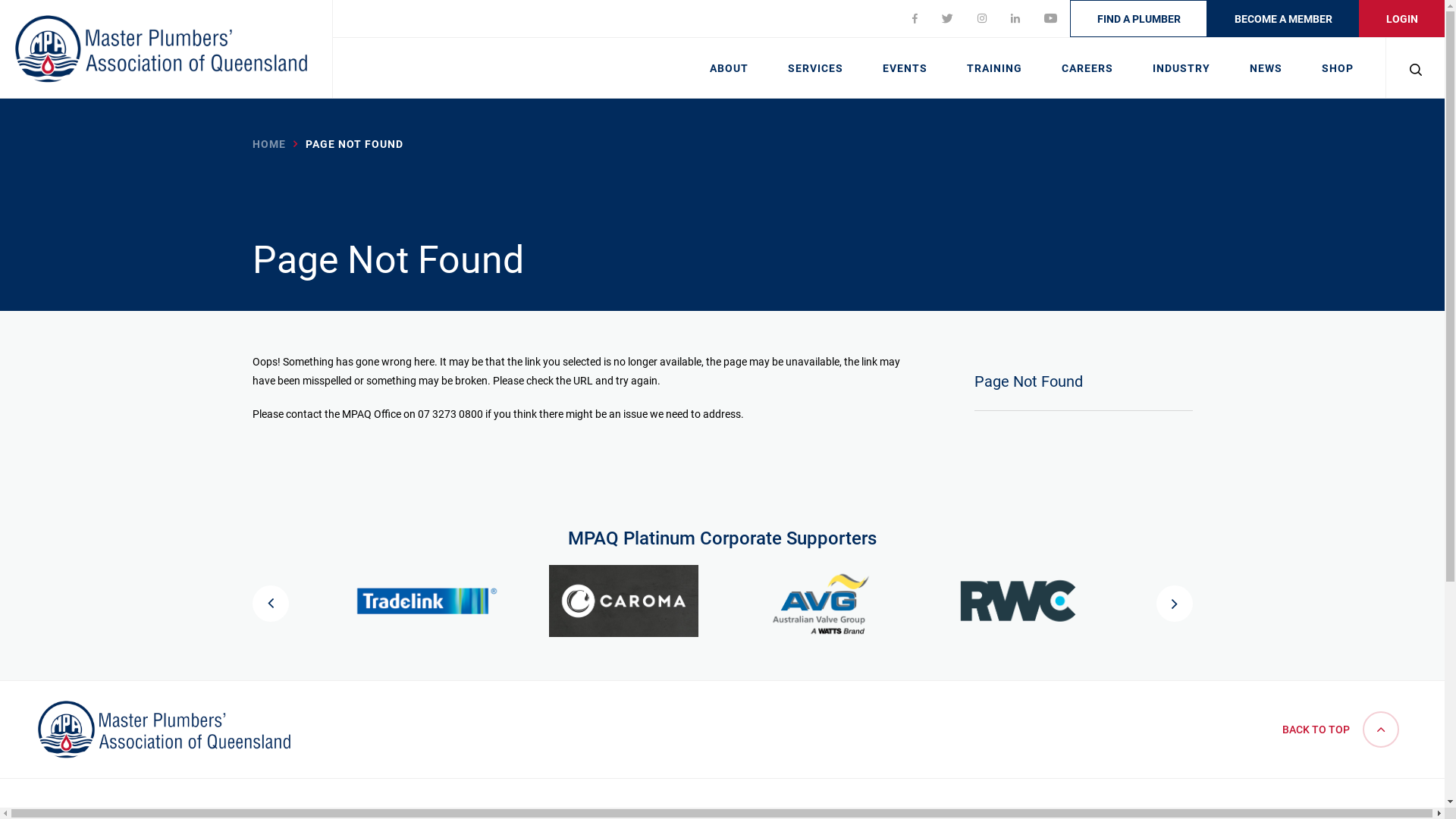 This screenshot has height=819, width=1456. What do you see at coordinates (729, 66) in the screenshot?
I see `'ABOUT'` at bounding box center [729, 66].